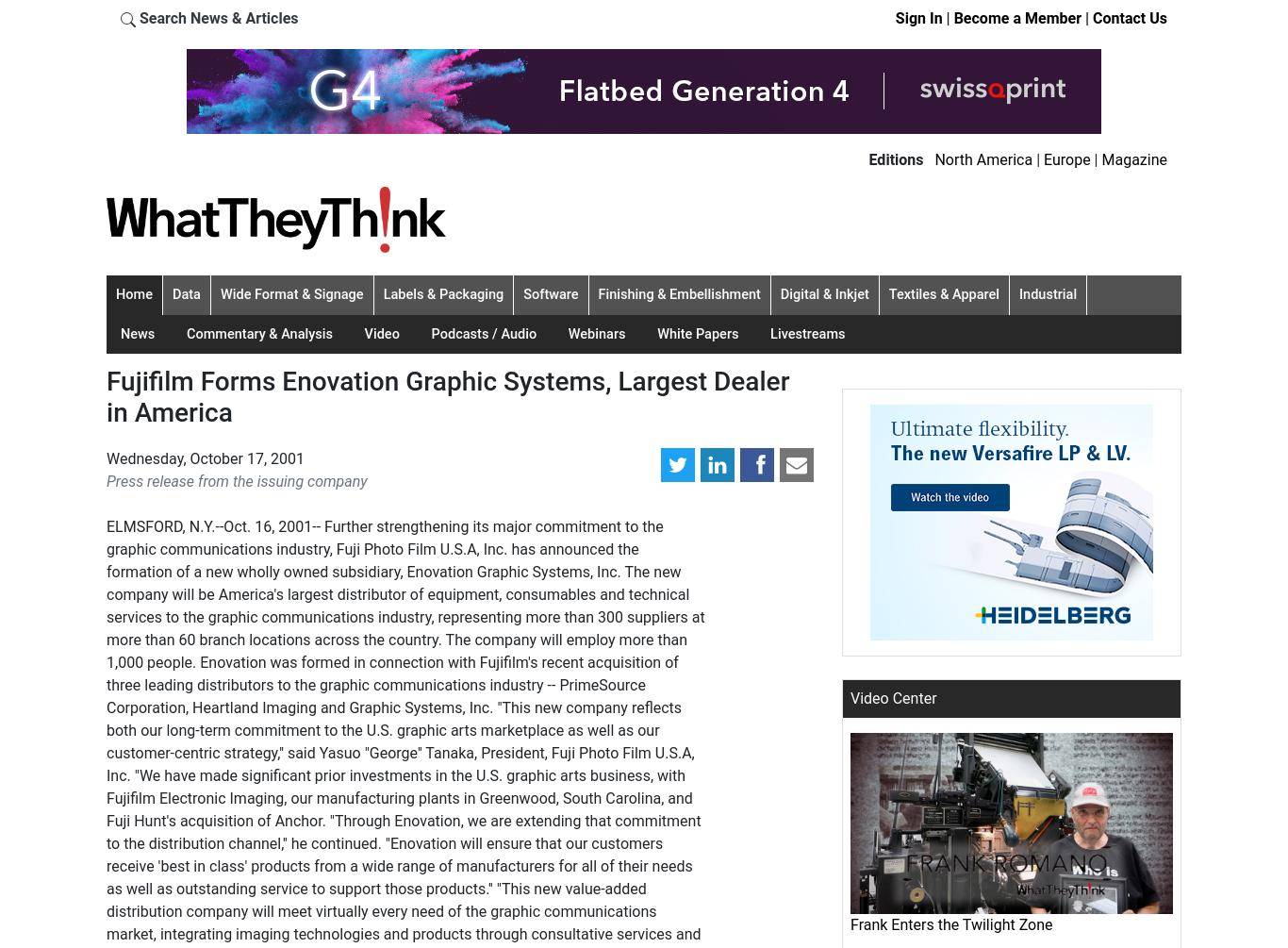 This screenshot has height=948, width=1288. I want to click on 'Textiles & Apparel', so click(944, 292).